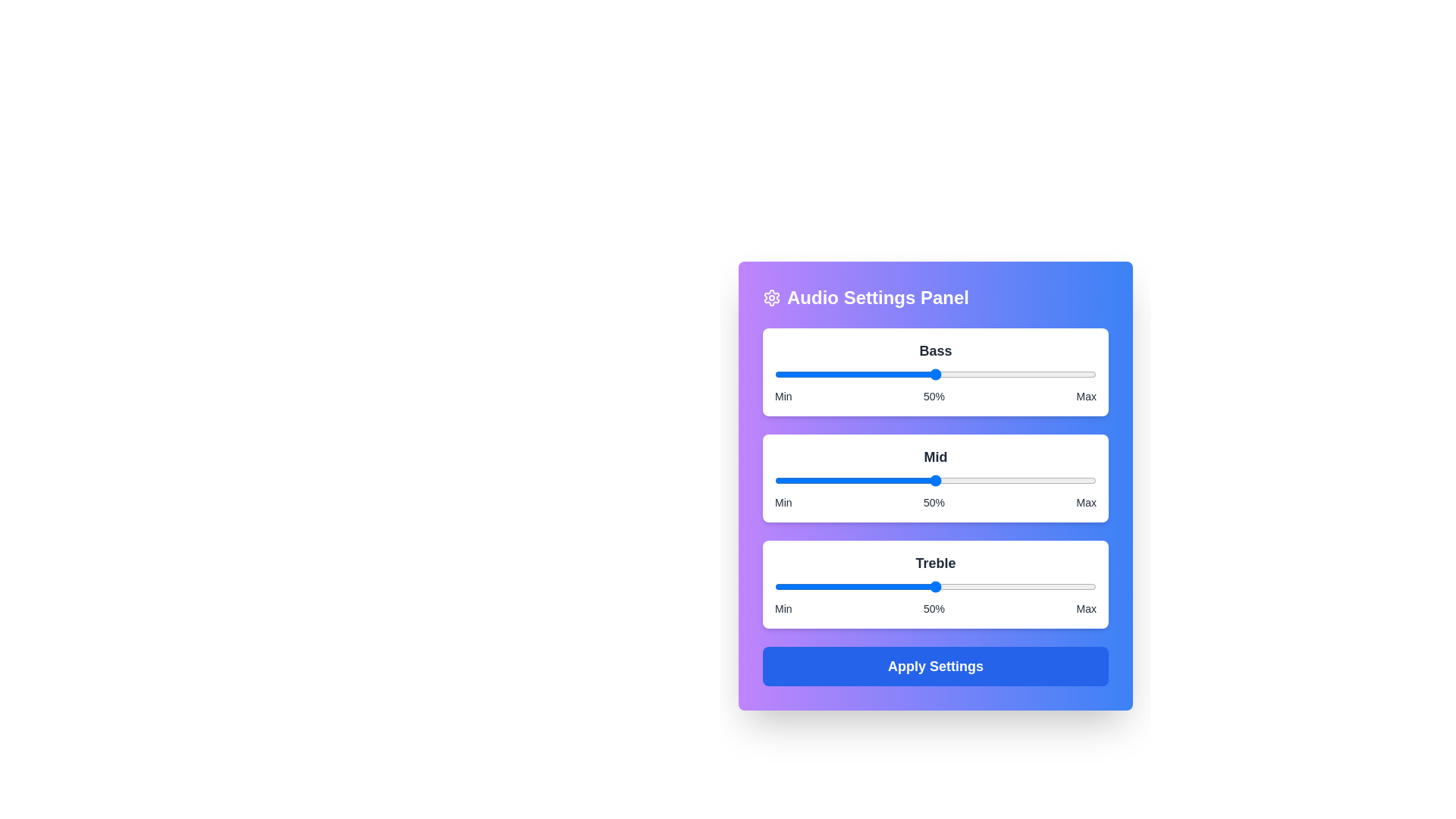  Describe the element at coordinates (1009, 480) in the screenshot. I see `slider` at that location.